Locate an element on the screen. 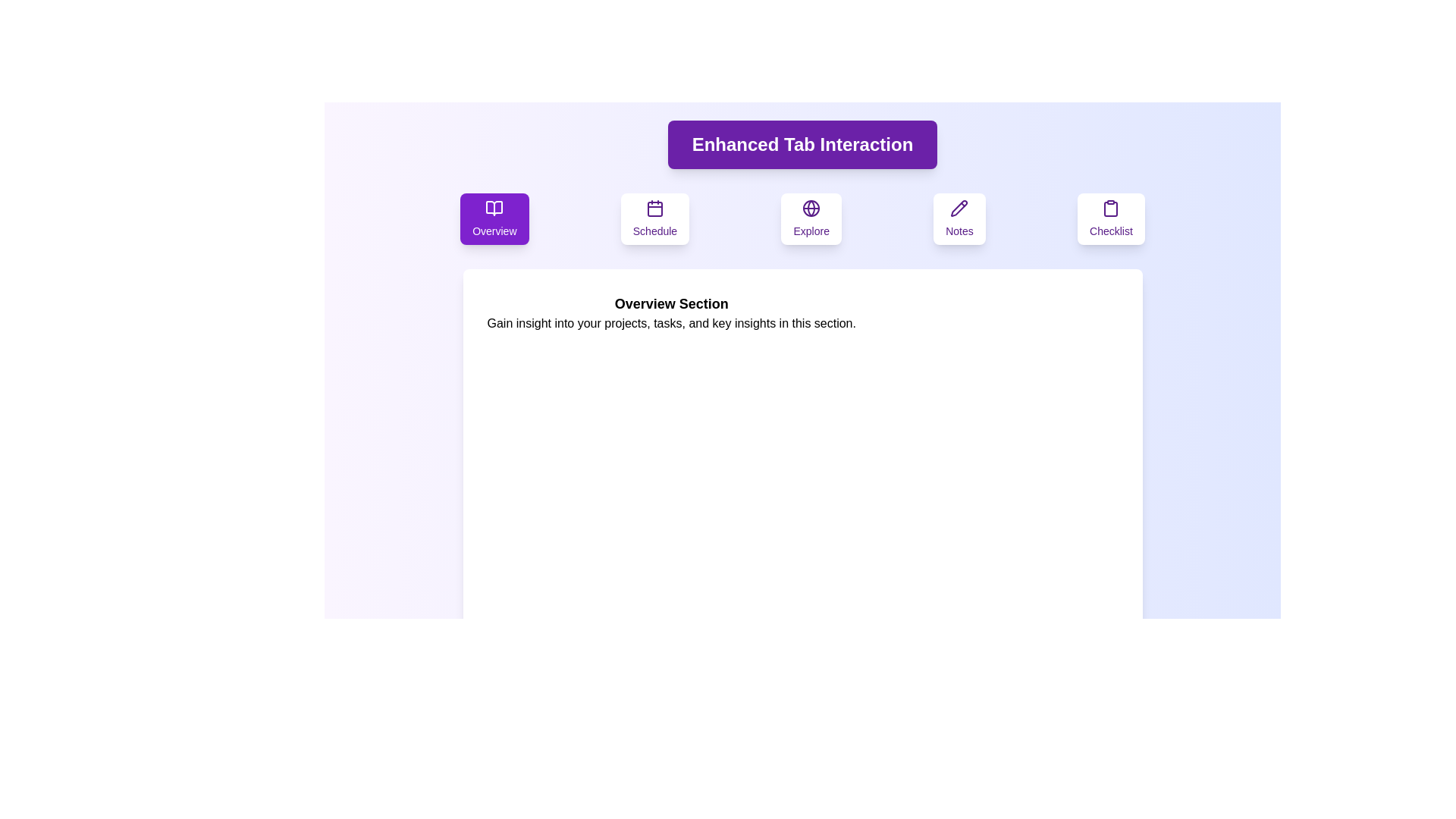 The height and width of the screenshot is (819, 1456). the 'Overview' icon in the top-left navigation menu, which serves as the graphical representation of the button is located at coordinates (494, 208).